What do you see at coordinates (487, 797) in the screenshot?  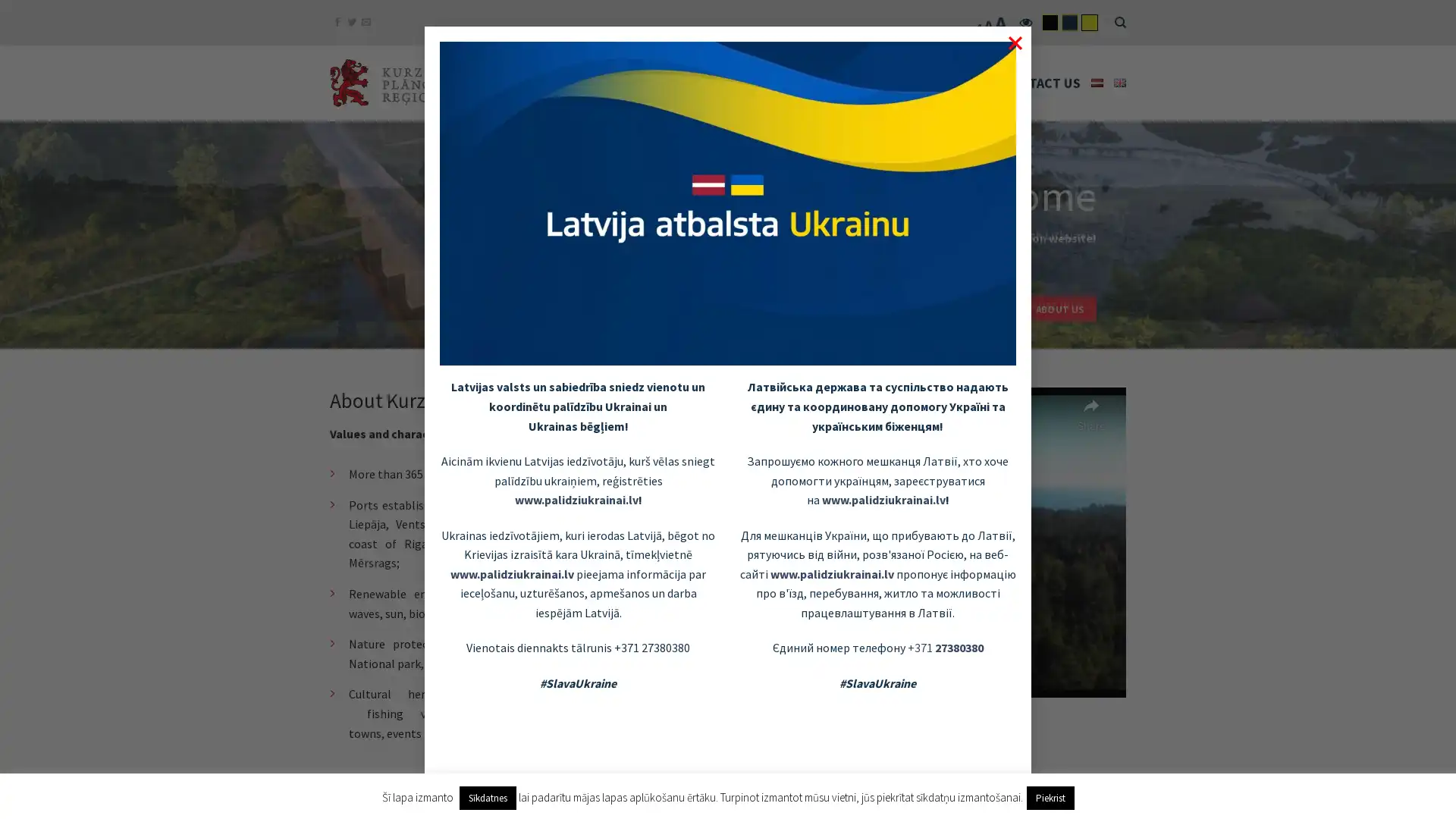 I see `Sikdatnes` at bounding box center [487, 797].